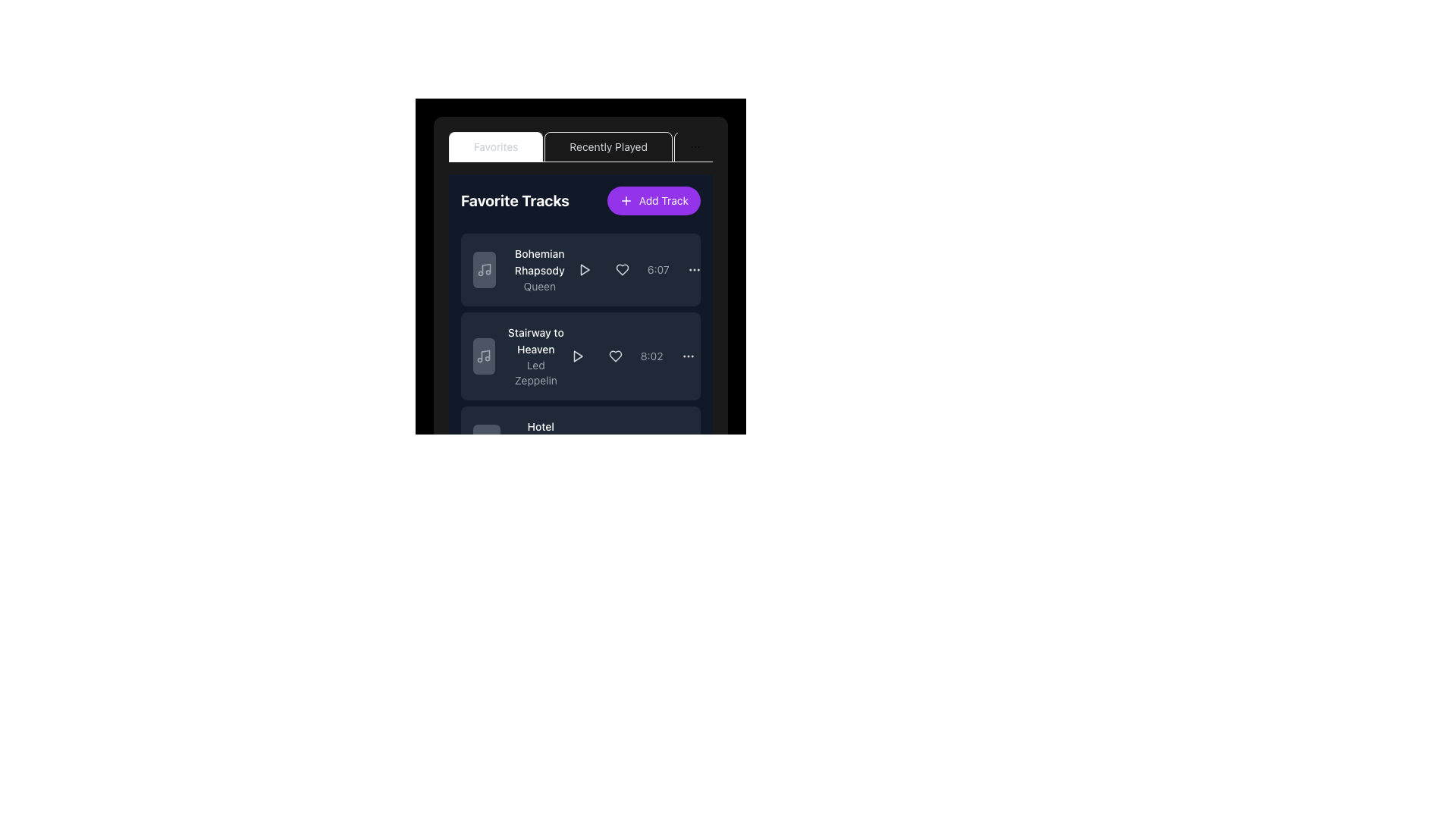 Image resolution: width=1456 pixels, height=819 pixels. What do you see at coordinates (693, 268) in the screenshot?
I see `the button located at the rightmost part of the row displaying track details, next to the duration '6:07'` at bounding box center [693, 268].